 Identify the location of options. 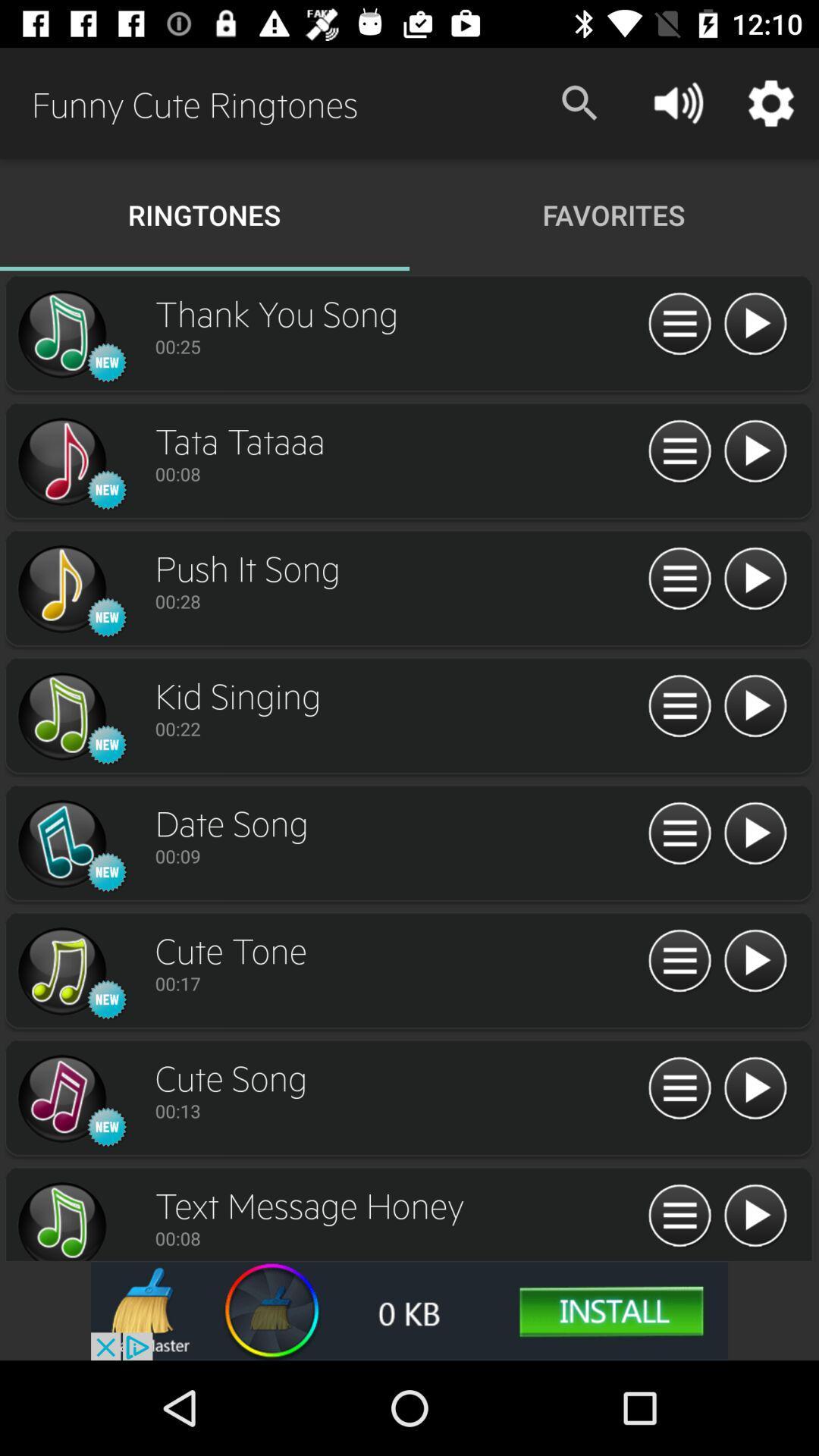
(679, 961).